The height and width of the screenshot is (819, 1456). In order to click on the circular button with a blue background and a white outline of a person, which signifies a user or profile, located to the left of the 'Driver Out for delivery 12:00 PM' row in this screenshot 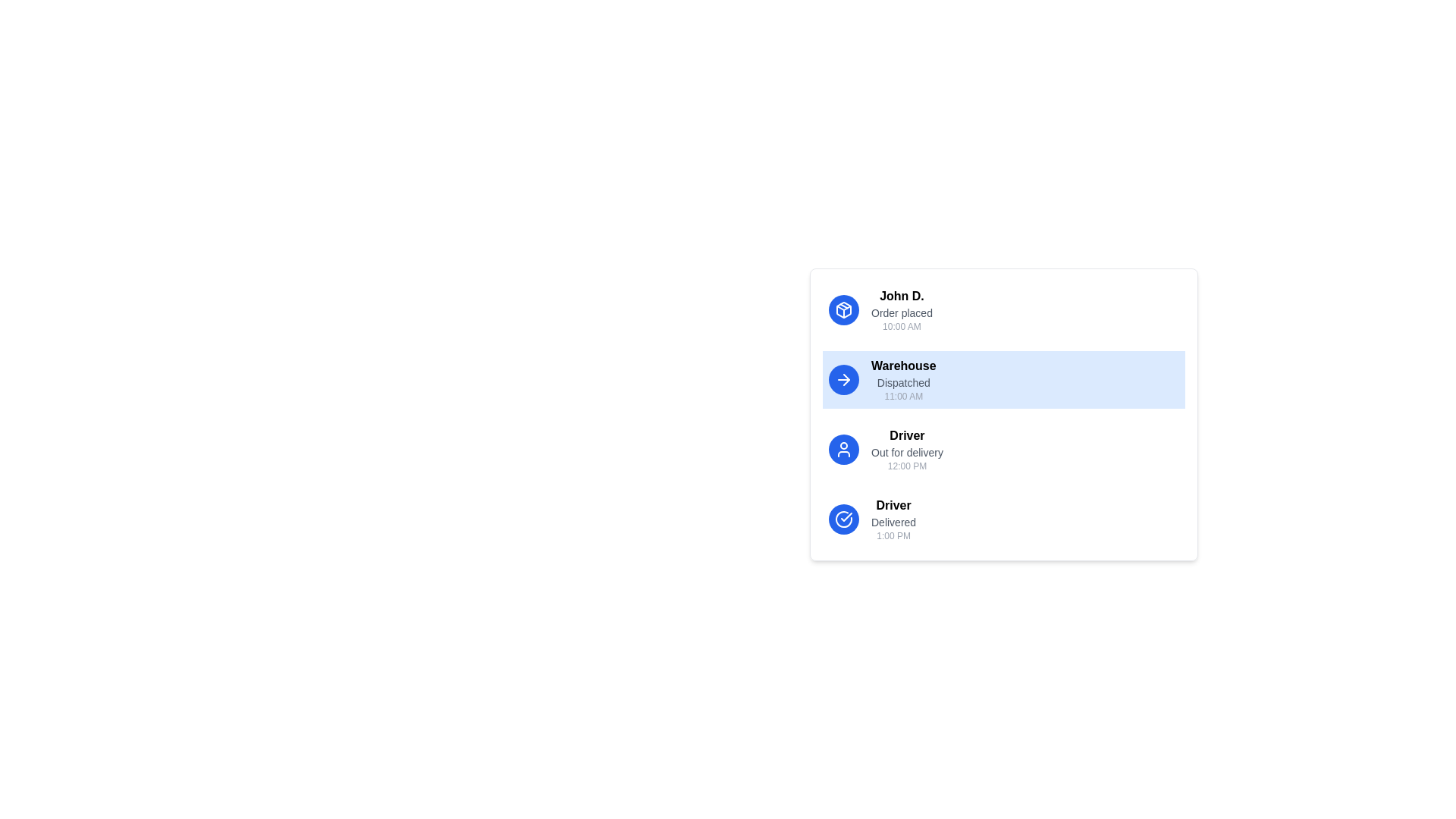, I will do `click(843, 449)`.